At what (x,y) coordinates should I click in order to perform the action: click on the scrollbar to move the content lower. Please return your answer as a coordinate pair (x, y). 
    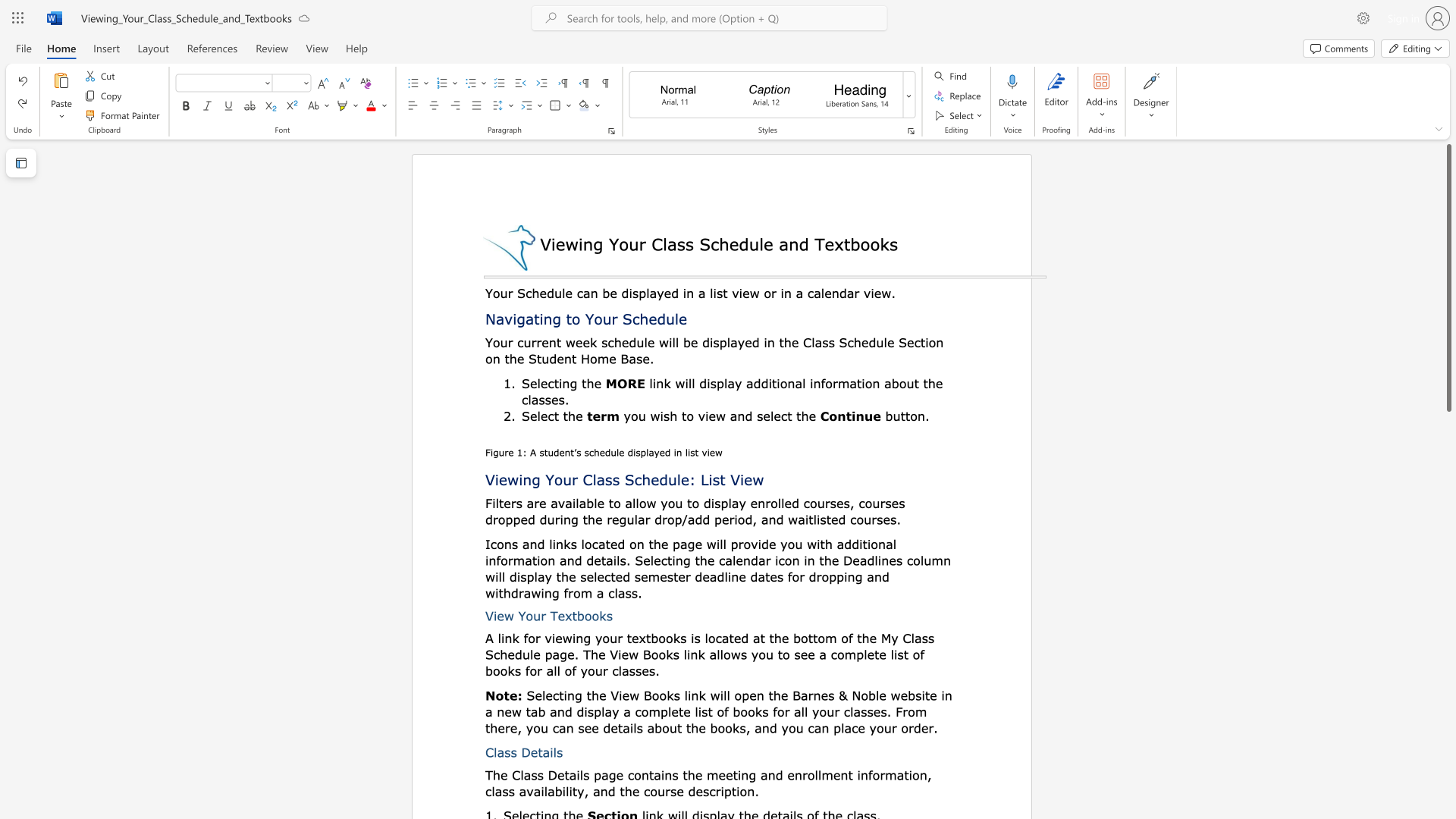
    Looking at the image, I should click on (1448, 637).